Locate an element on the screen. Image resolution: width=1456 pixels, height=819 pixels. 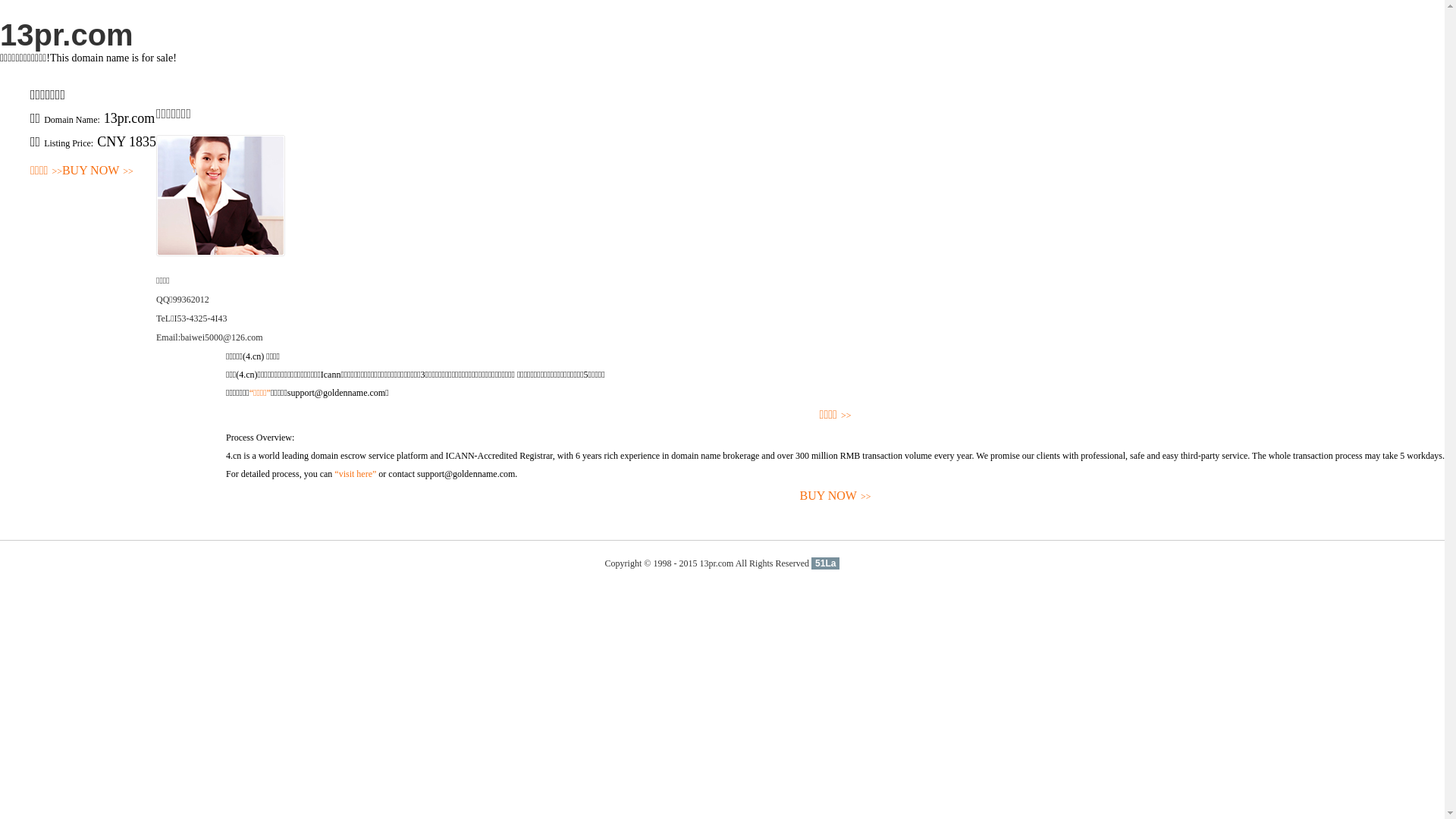
'BUY NOW>>' is located at coordinates (224, 496).